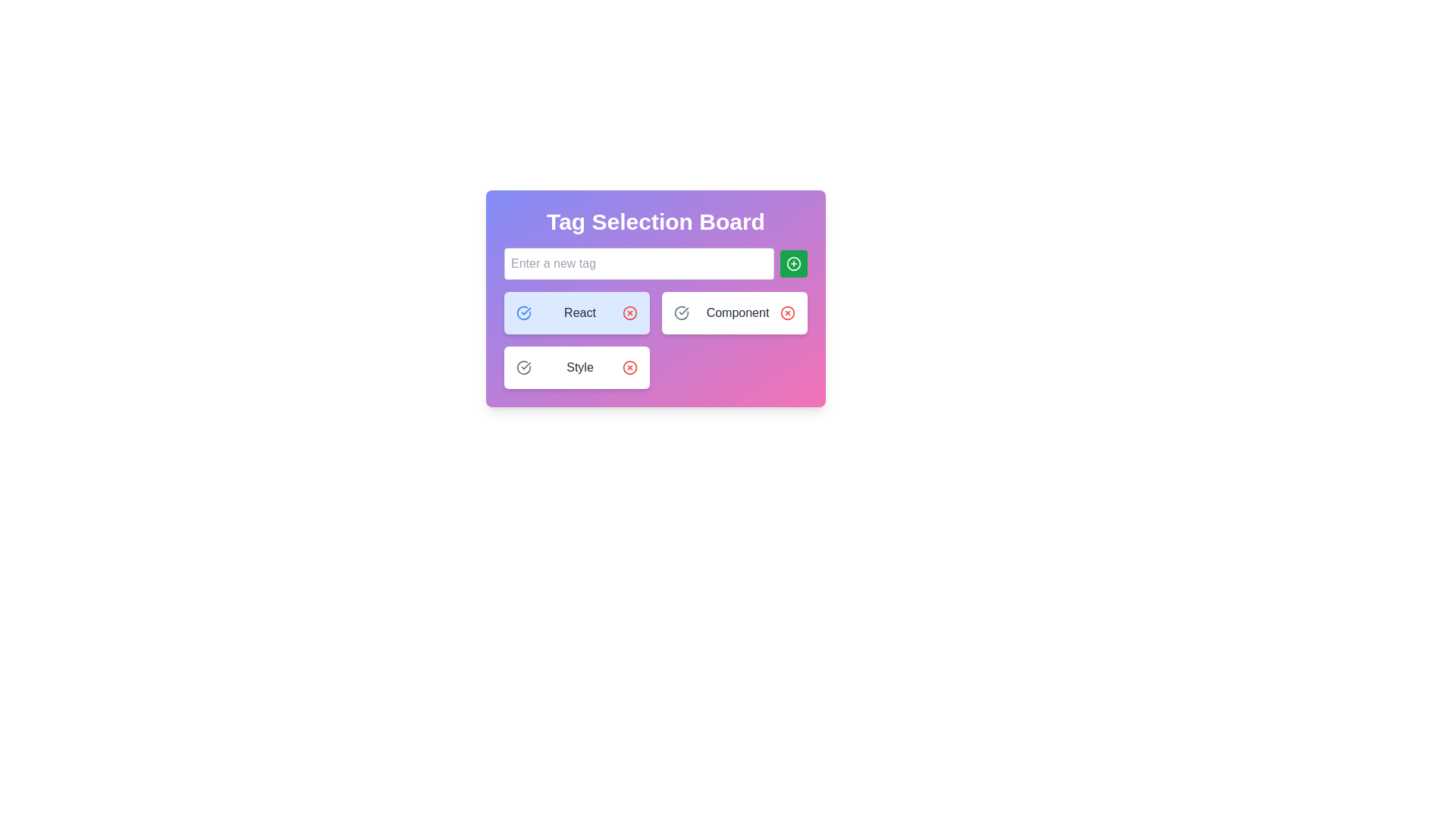  Describe the element at coordinates (629, 368) in the screenshot. I see `the red circular button with an 'x' icon located adjacent to the 'Style' text label` at that location.